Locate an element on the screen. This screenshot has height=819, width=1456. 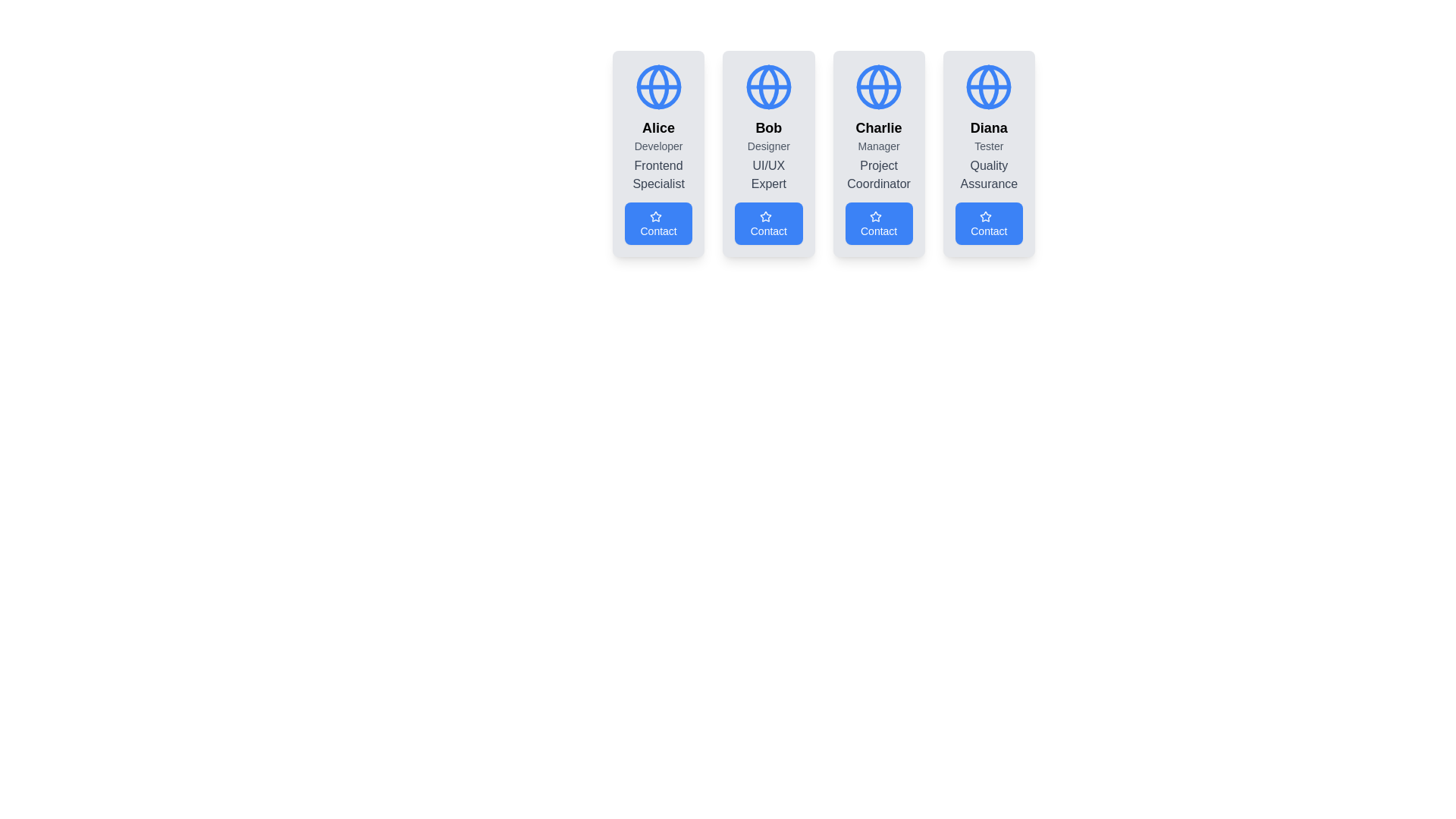
the star-shaped SVG icon styled with blue color located within the 'Contact' button in the second column labeled 'Bob' is located at coordinates (765, 217).